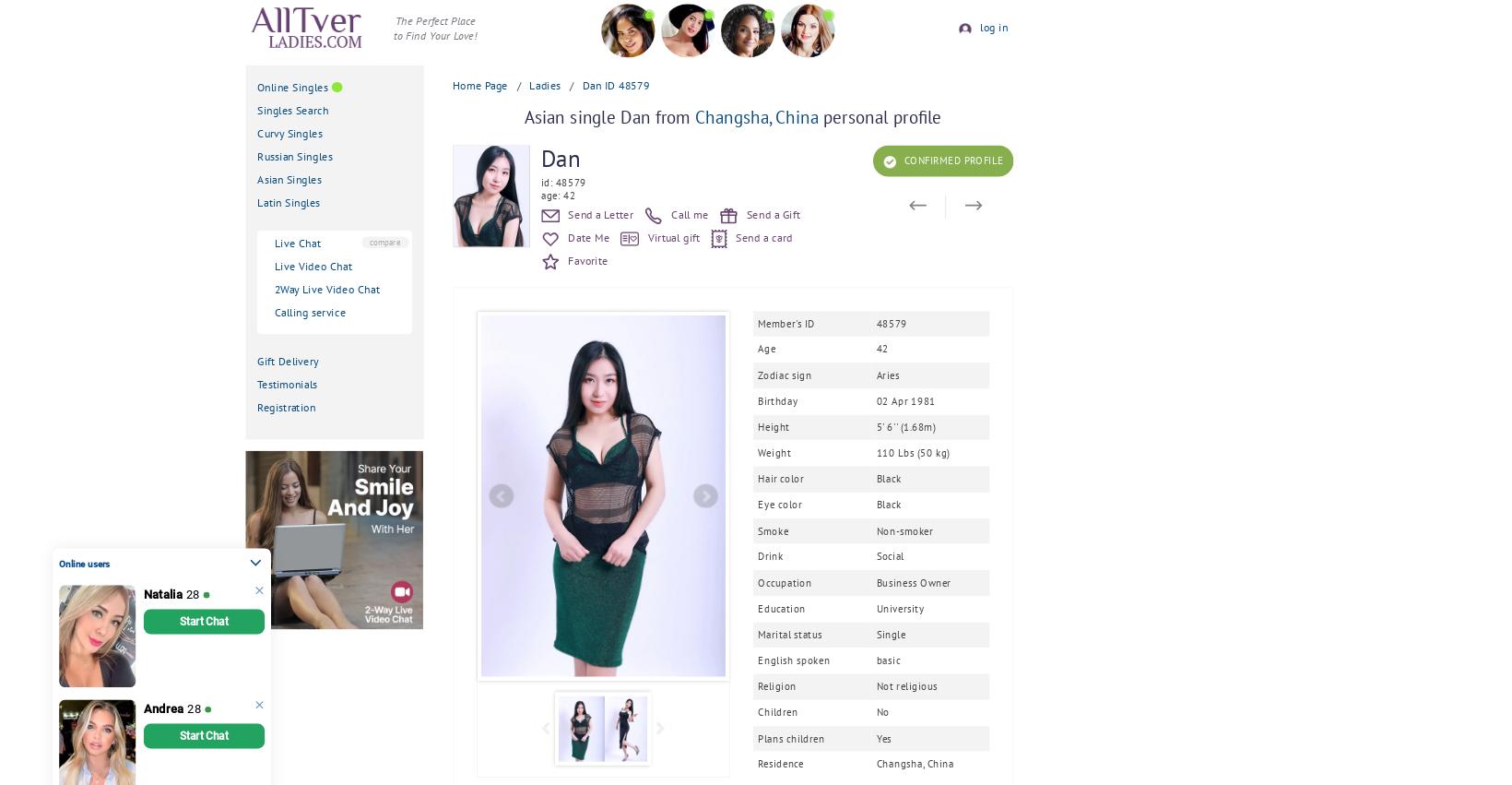  I want to click on 'Plans children', so click(757, 736).